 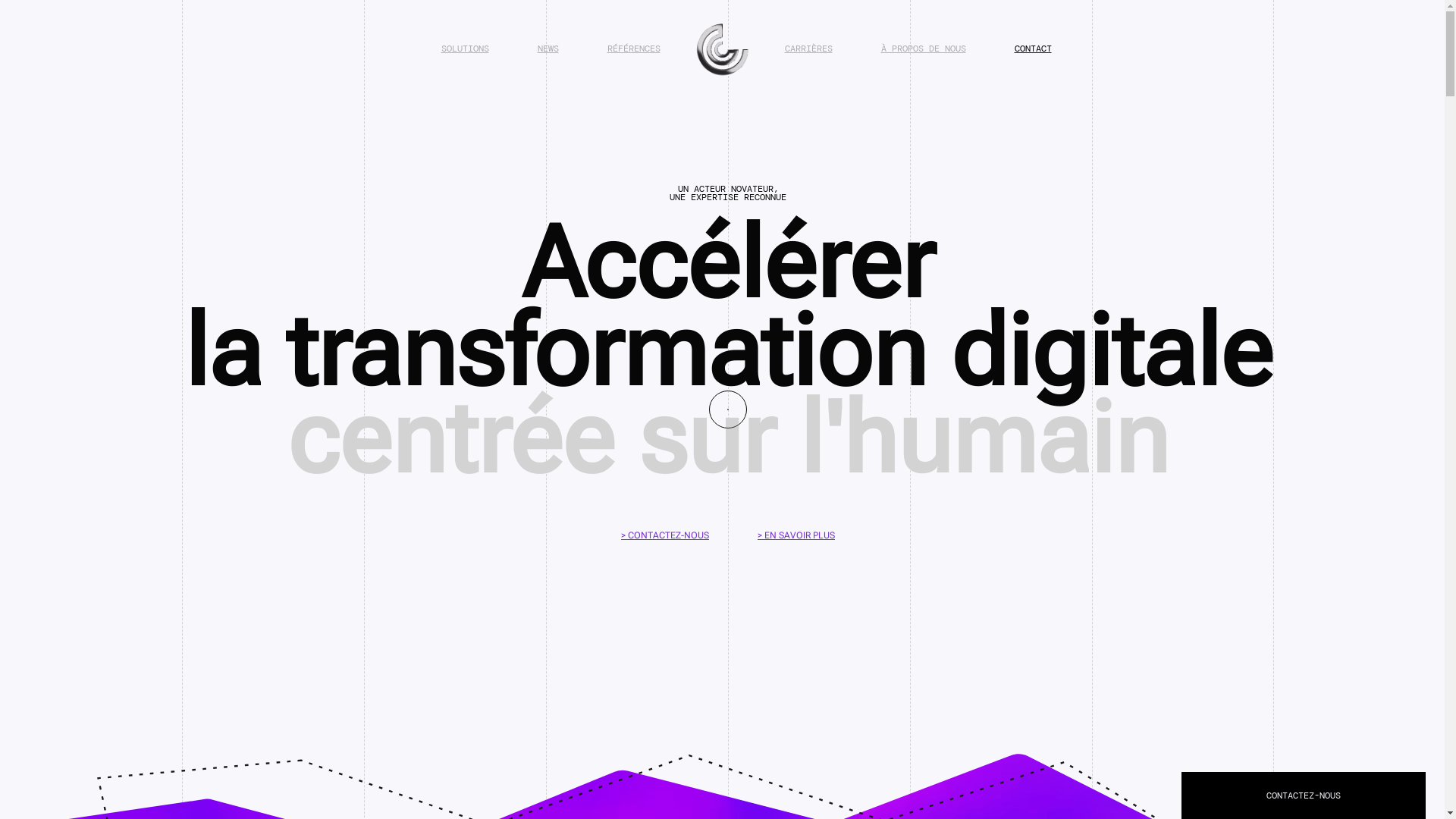 I want to click on 'SOLUTIONS', so click(x=464, y=48).